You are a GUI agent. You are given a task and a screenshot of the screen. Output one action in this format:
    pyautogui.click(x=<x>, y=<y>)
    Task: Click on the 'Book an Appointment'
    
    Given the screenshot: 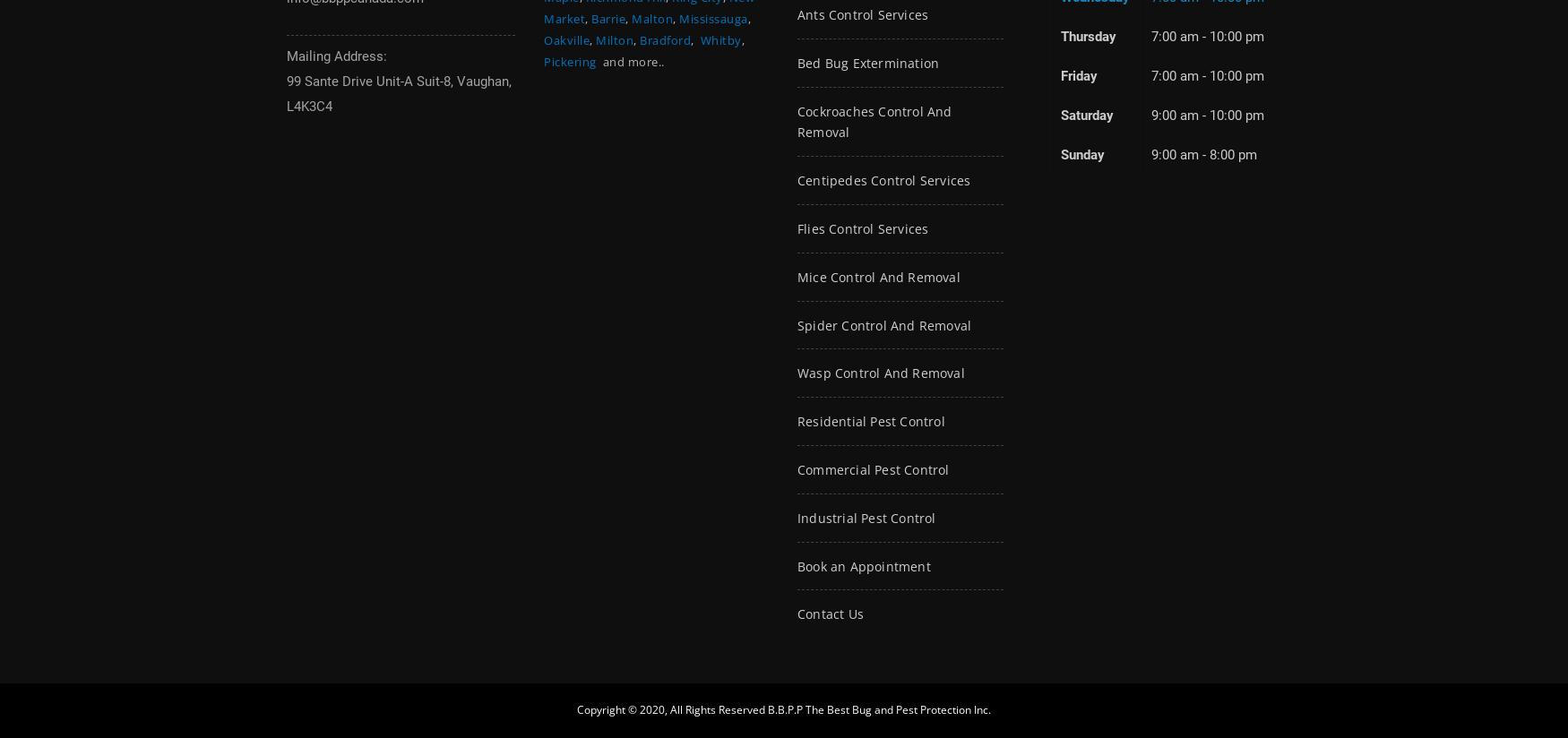 What is the action you would take?
    pyautogui.click(x=864, y=564)
    